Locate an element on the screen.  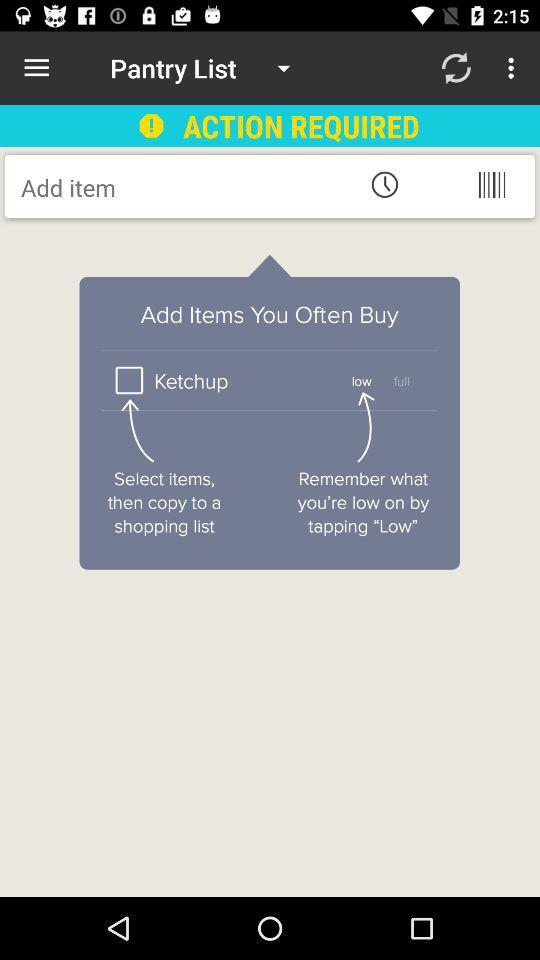
time is located at coordinates (384, 184).